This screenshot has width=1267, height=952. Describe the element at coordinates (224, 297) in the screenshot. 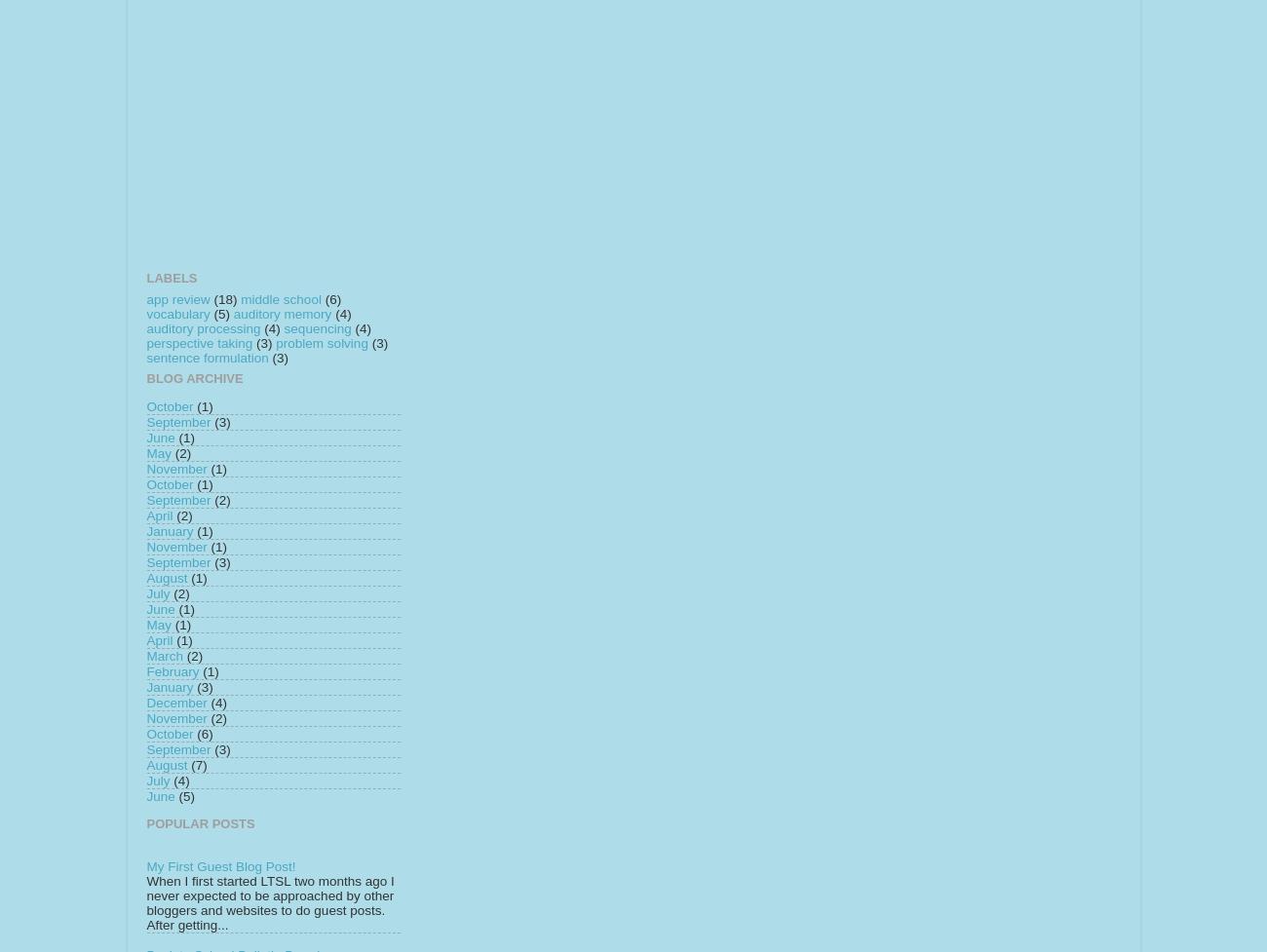

I see `'(18)'` at that location.